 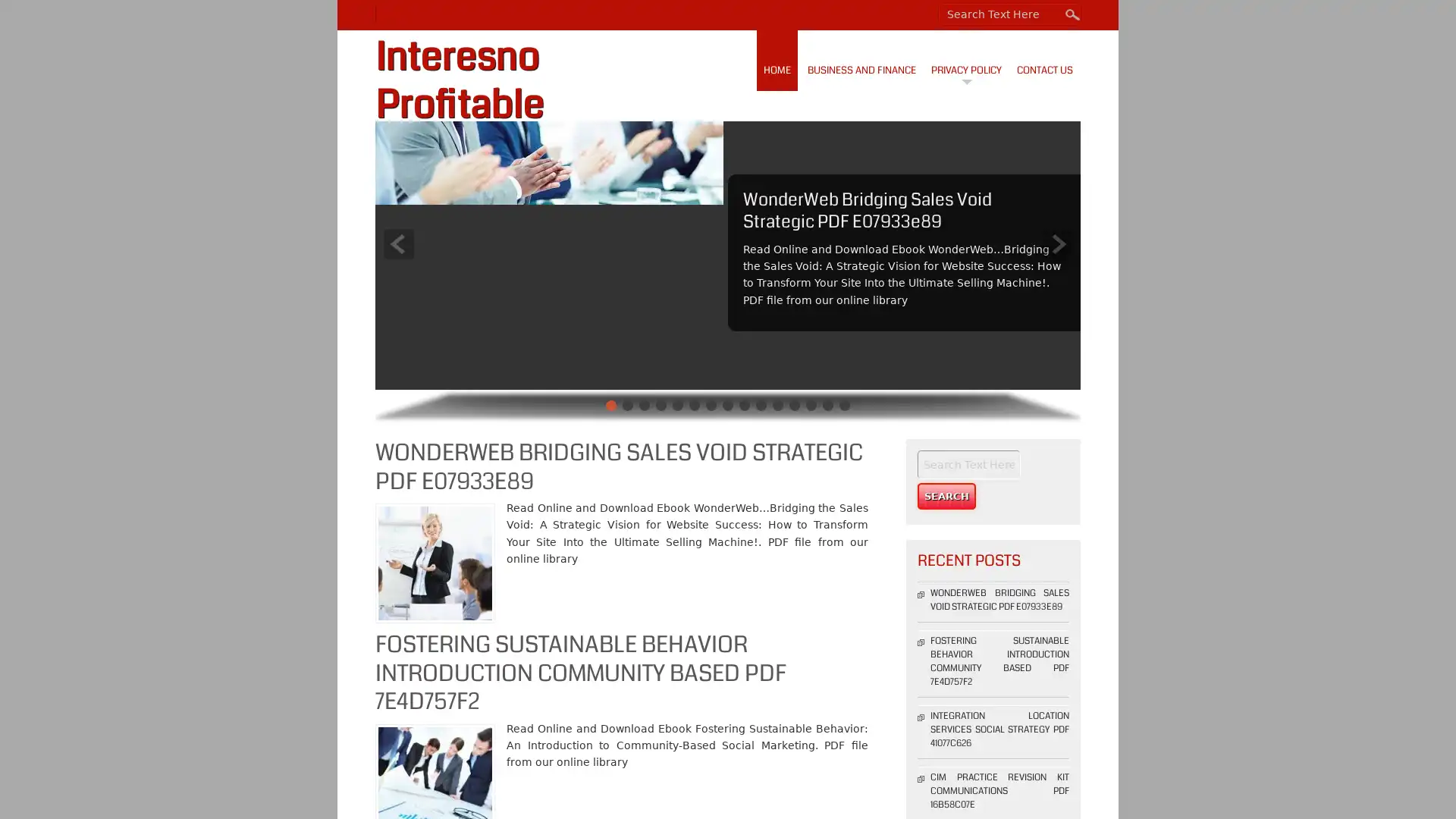 I want to click on Search, so click(x=946, y=496).